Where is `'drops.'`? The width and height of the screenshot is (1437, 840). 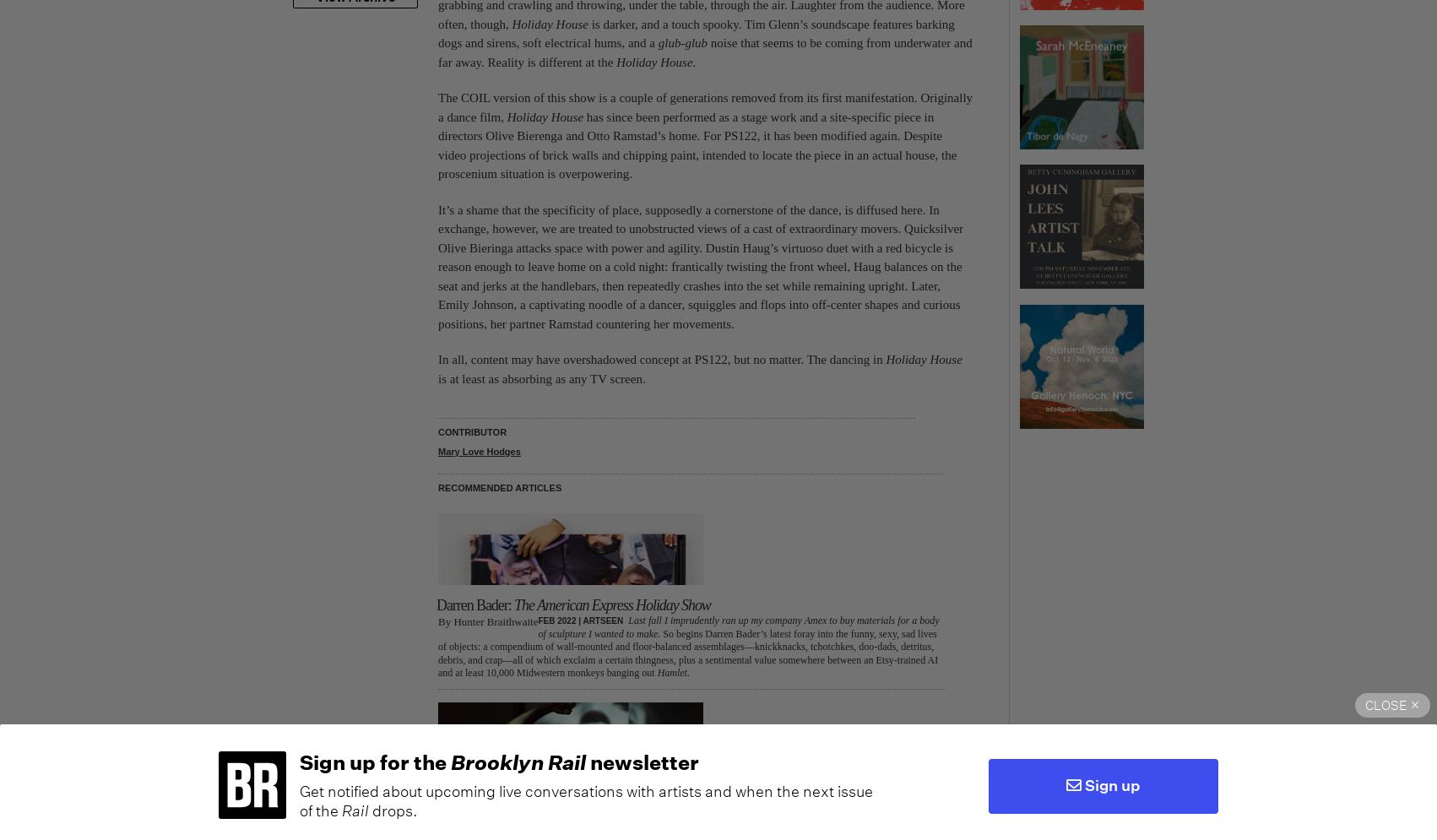 'drops.' is located at coordinates (392, 810).